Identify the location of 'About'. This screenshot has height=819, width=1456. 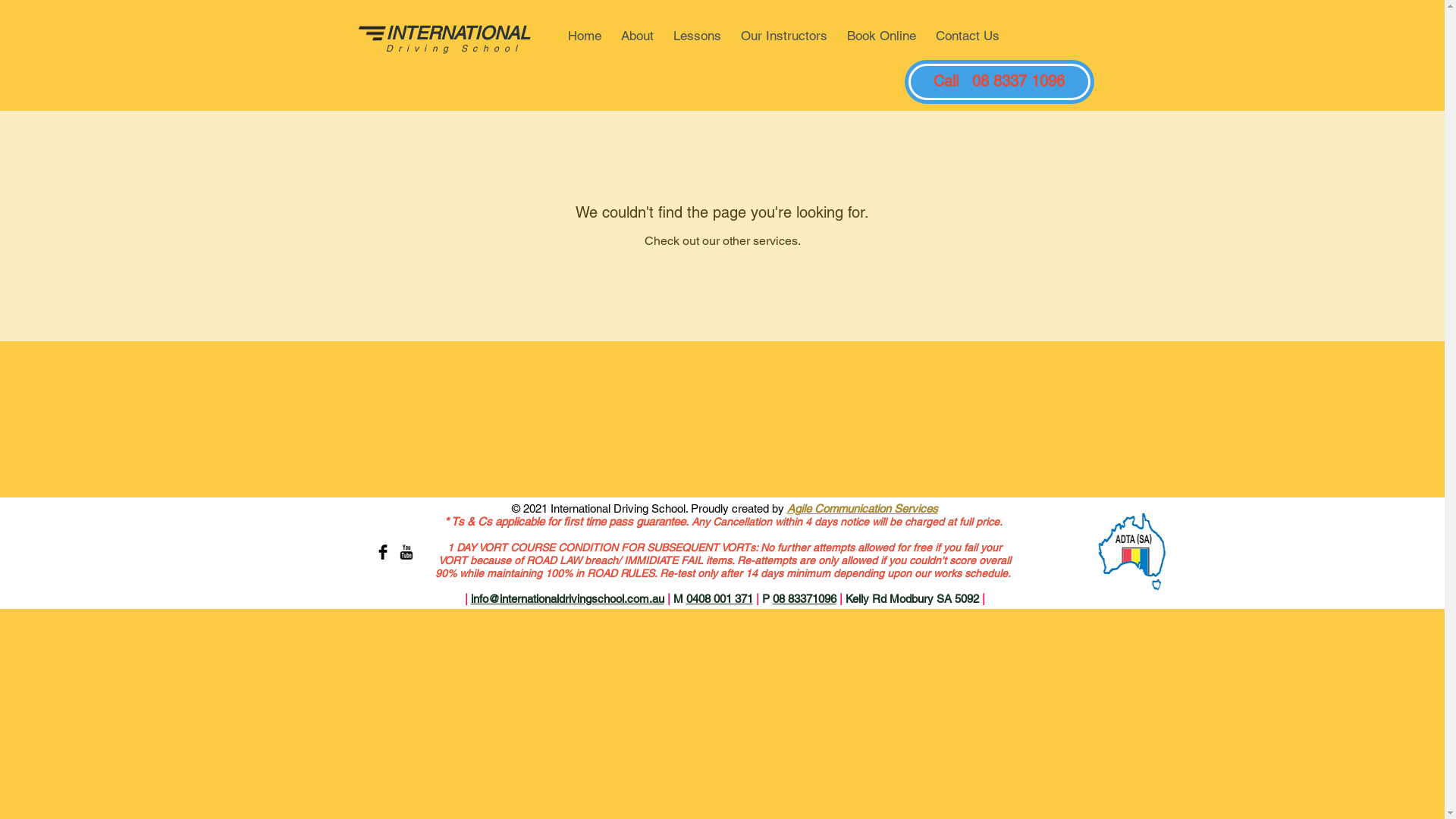
(611, 35).